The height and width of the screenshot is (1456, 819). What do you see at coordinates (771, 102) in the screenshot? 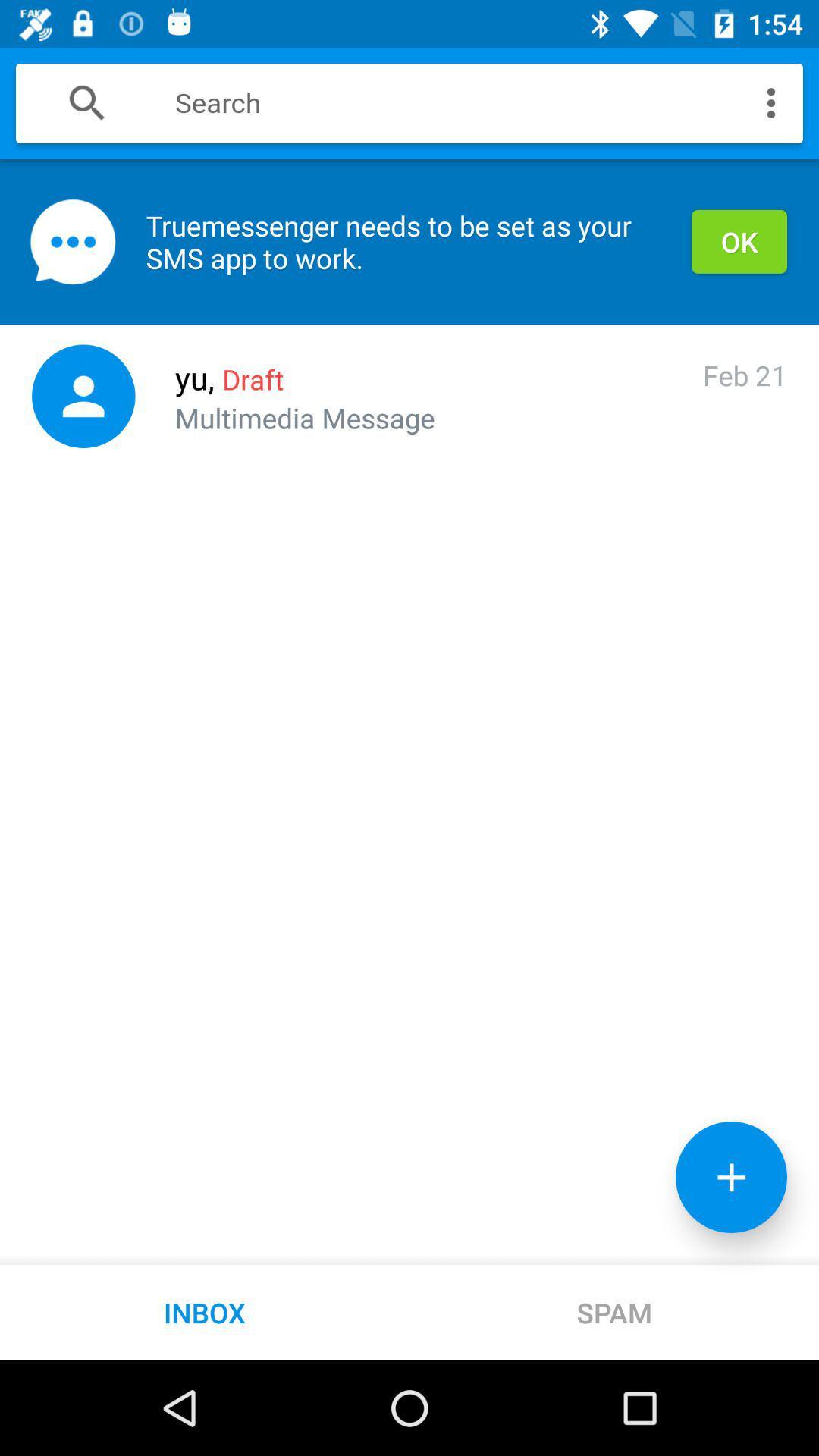
I see `more options or menu logo` at bounding box center [771, 102].